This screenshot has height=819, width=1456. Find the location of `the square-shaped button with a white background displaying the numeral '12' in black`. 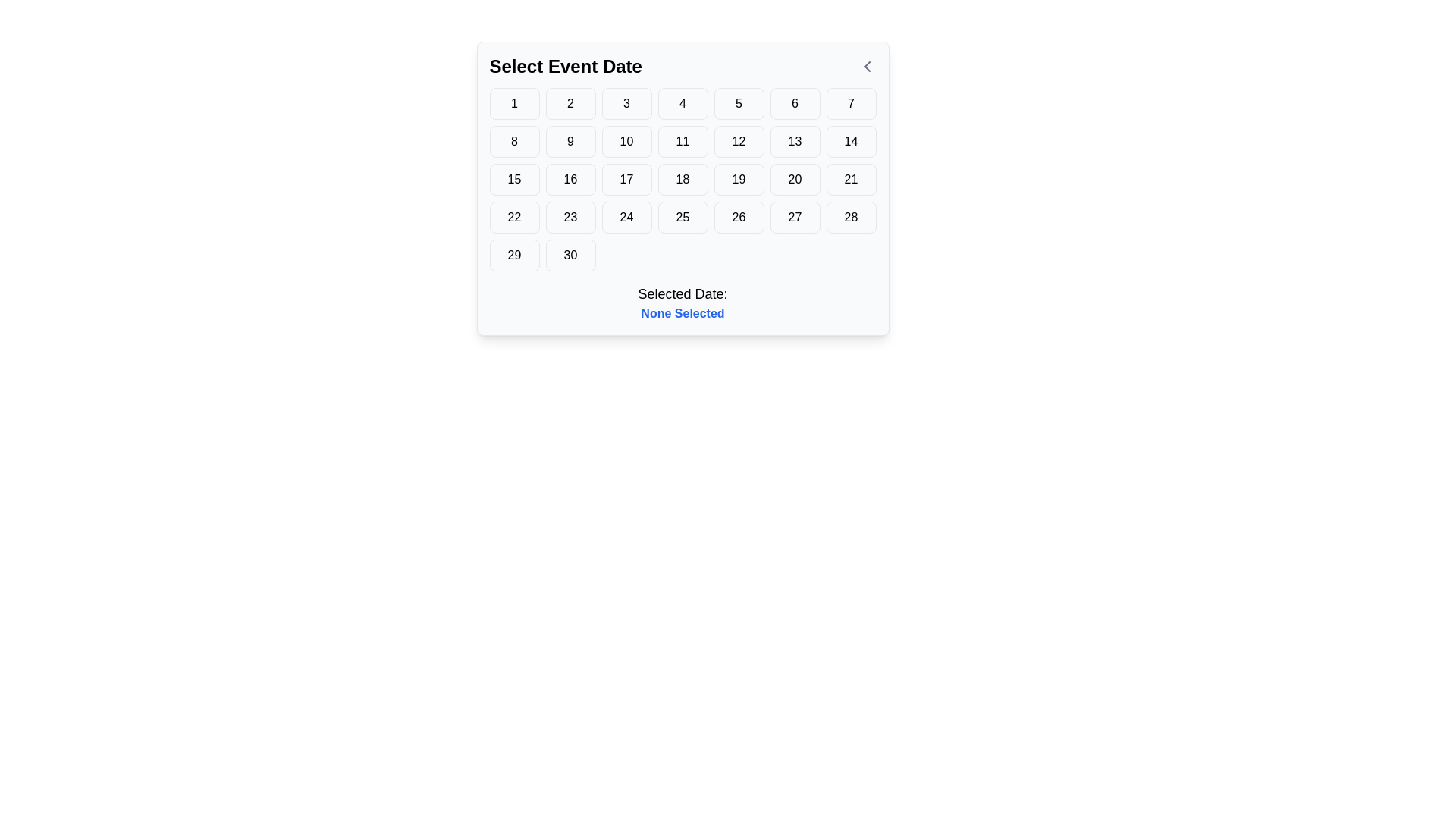

the square-shaped button with a white background displaying the numeral '12' in black is located at coordinates (739, 141).